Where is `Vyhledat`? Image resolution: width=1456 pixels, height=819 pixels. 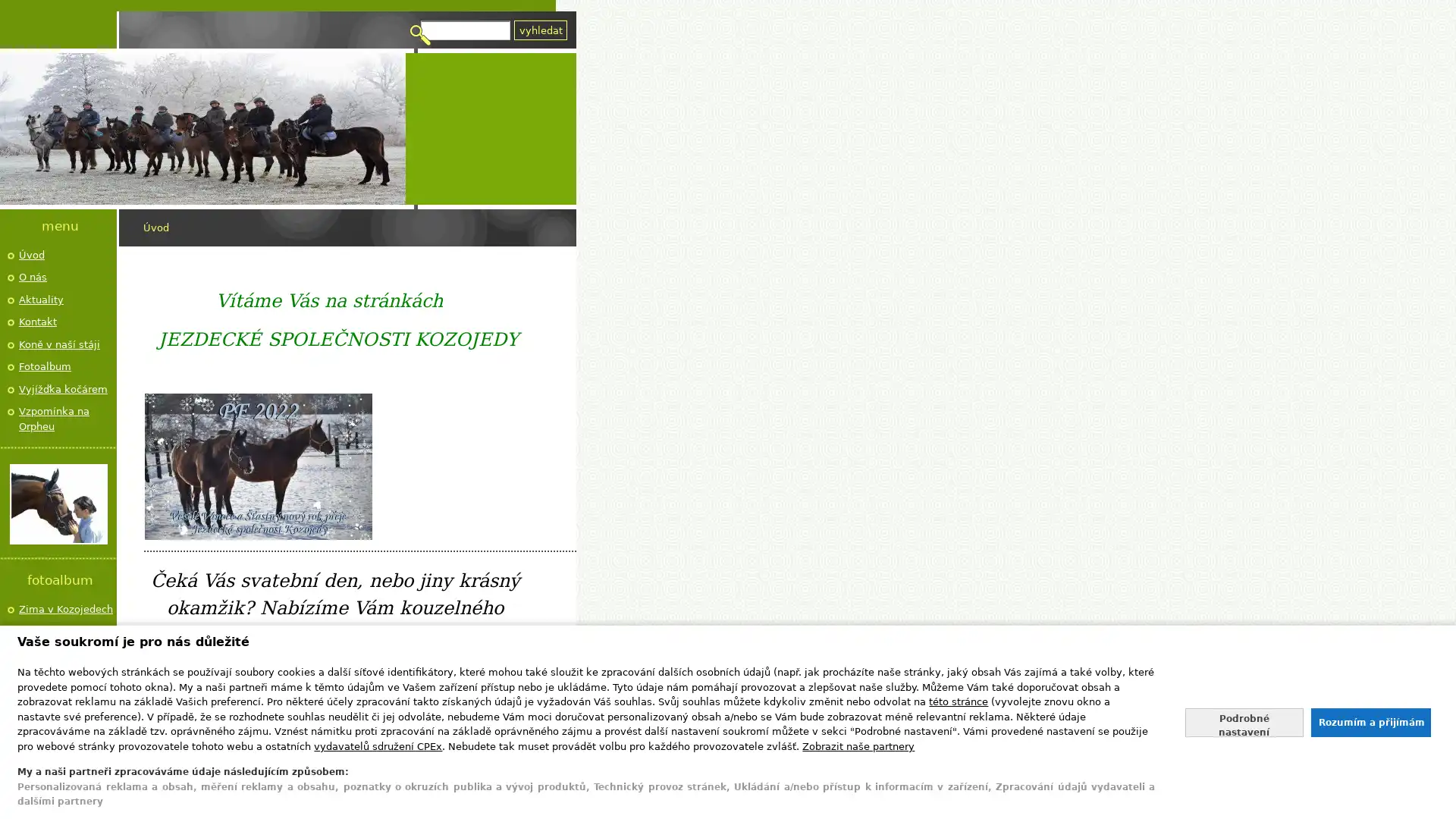
Vyhledat is located at coordinates (541, 30).